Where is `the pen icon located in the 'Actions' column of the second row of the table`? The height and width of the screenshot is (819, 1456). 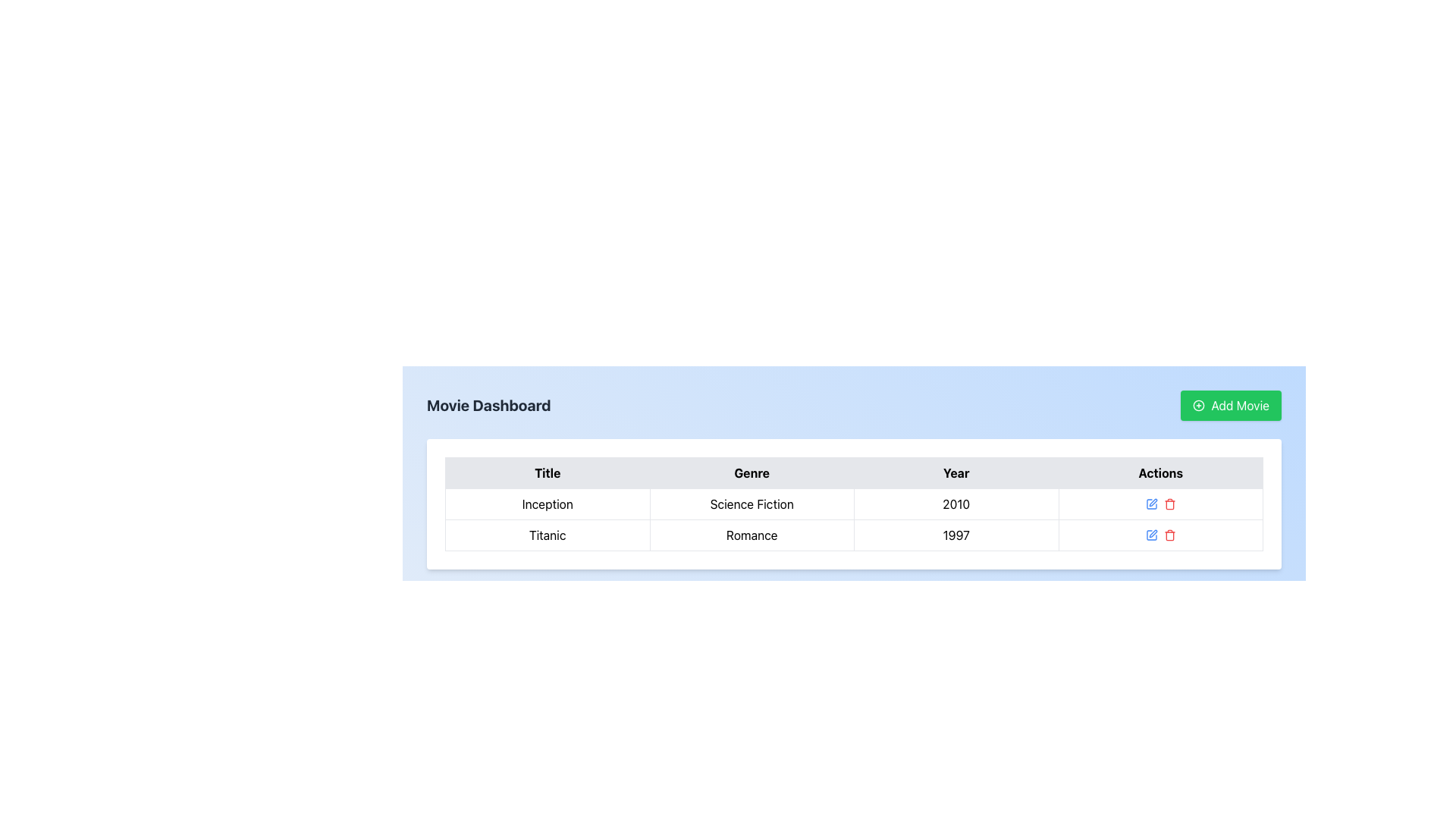 the pen icon located in the 'Actions' column of the second row of the table is located at coordinates (1153, 503).